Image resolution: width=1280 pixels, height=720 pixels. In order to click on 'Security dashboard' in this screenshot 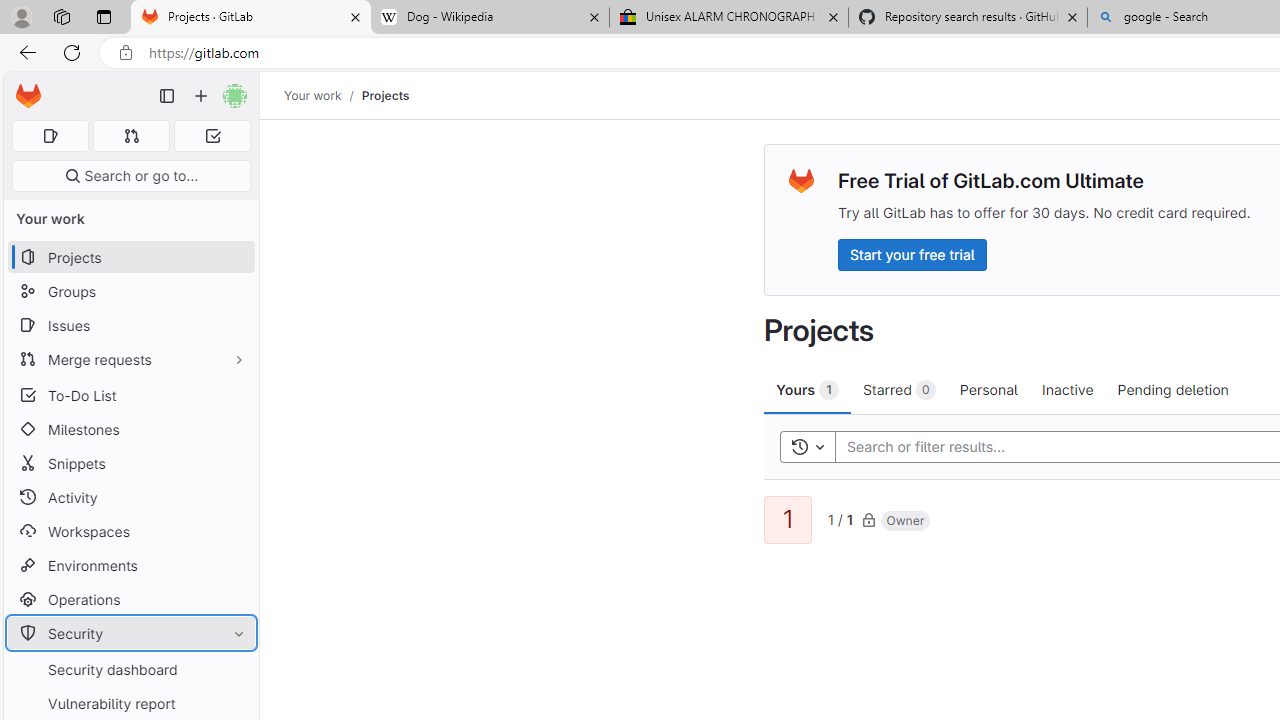, I will do `click(130, 669)`.